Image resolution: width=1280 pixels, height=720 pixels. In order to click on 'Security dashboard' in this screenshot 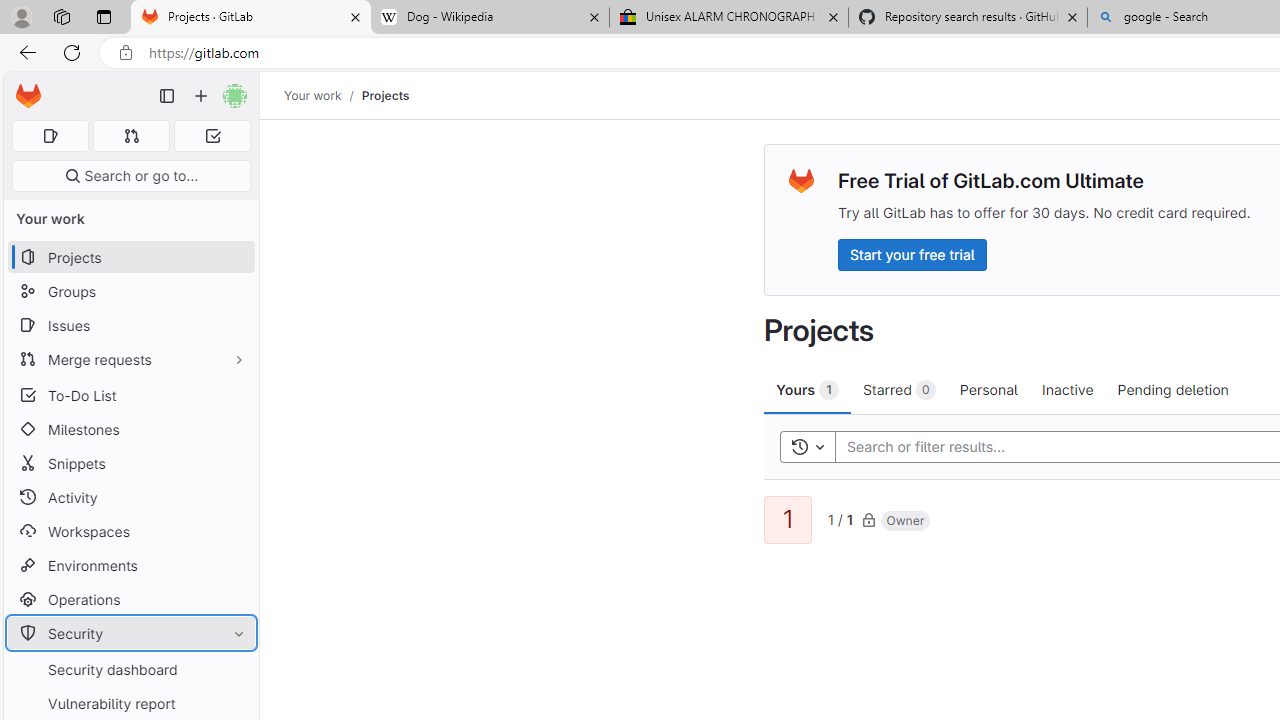, I will do `click(130, 669)`.